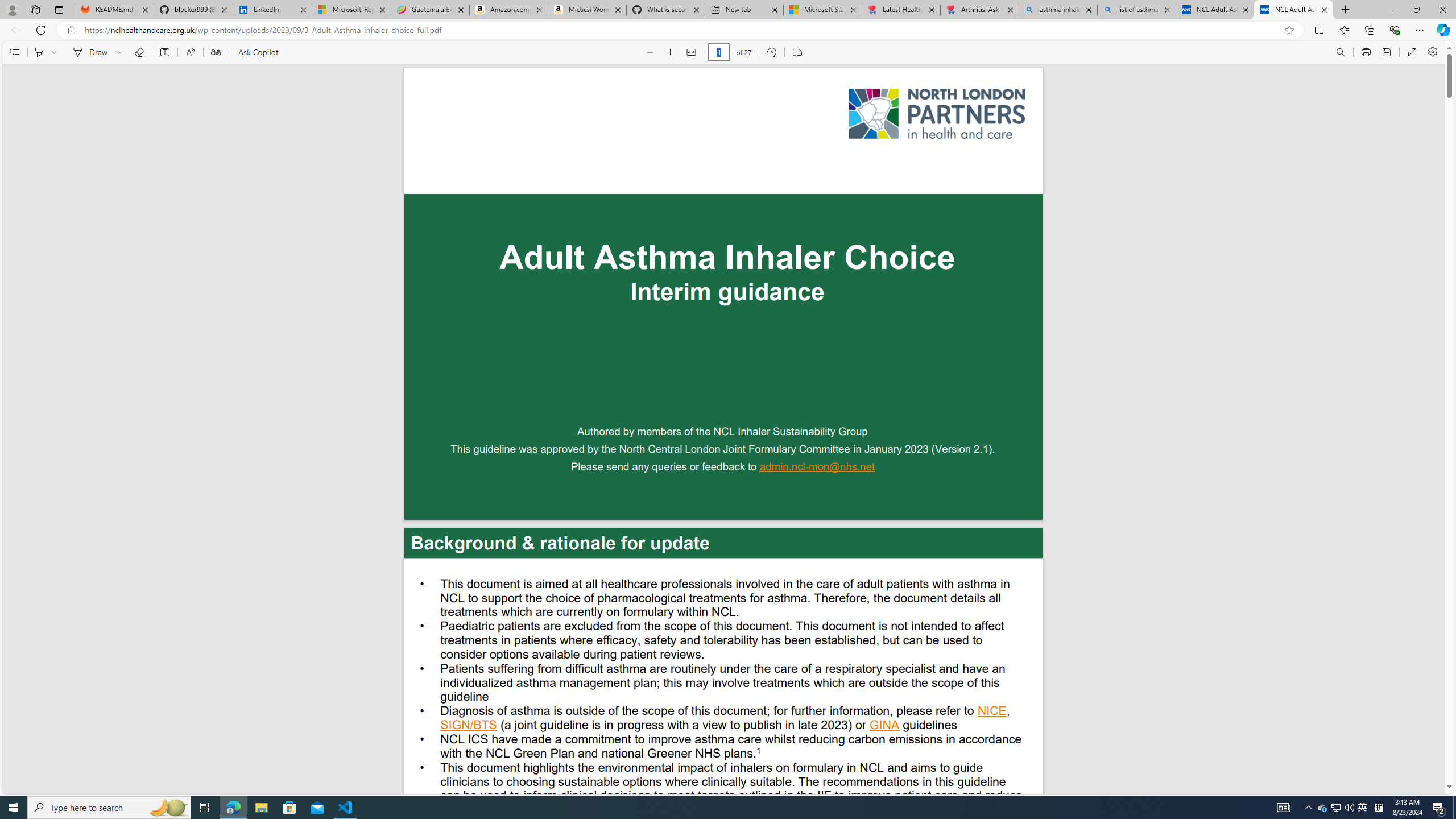 The image size is (1456, 819). I want to click on 'asthma inhaler - Search', so click(1057, 9).